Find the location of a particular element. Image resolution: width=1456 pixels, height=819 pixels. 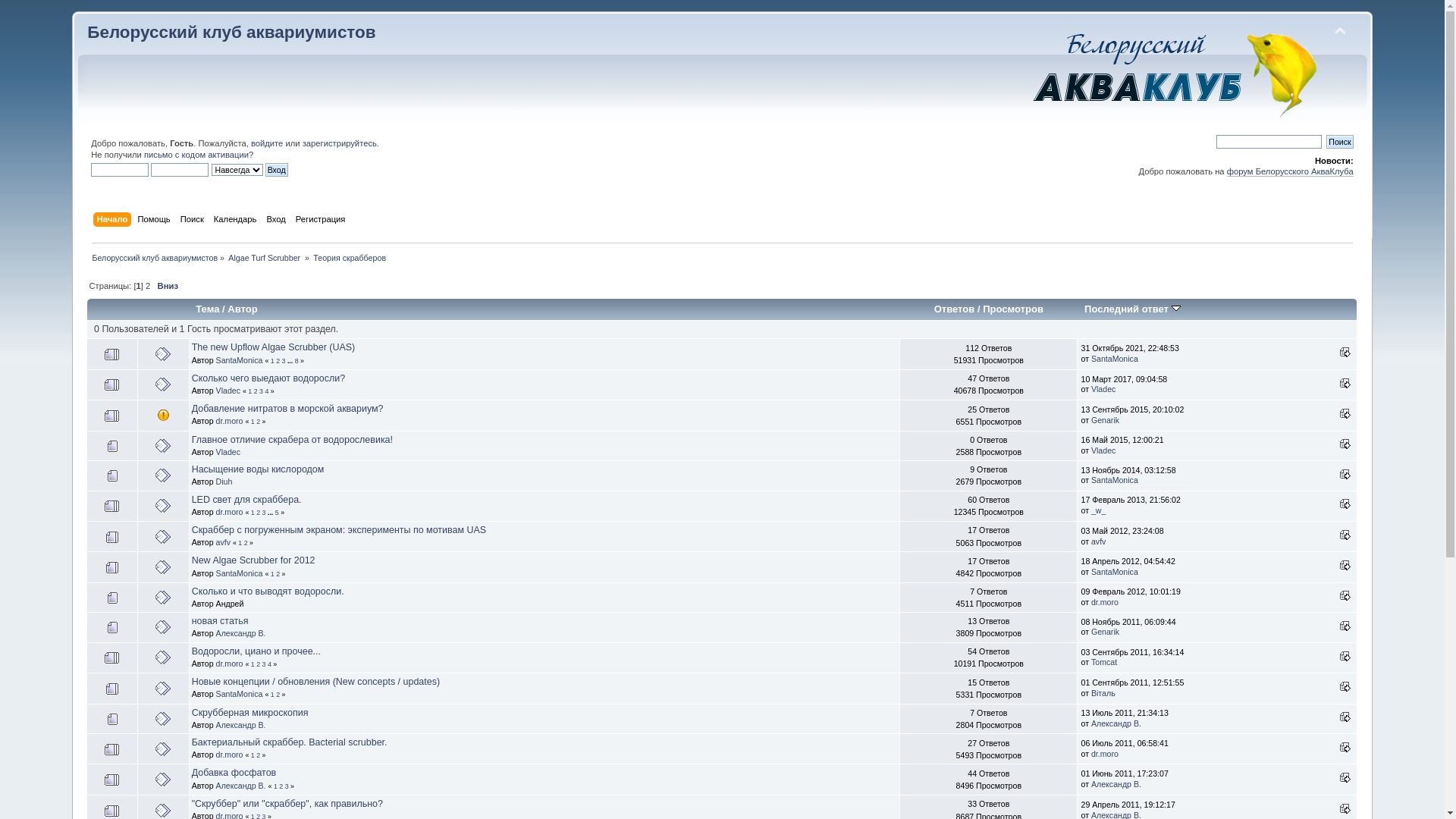

'2' is located at coordinates (246, 542).